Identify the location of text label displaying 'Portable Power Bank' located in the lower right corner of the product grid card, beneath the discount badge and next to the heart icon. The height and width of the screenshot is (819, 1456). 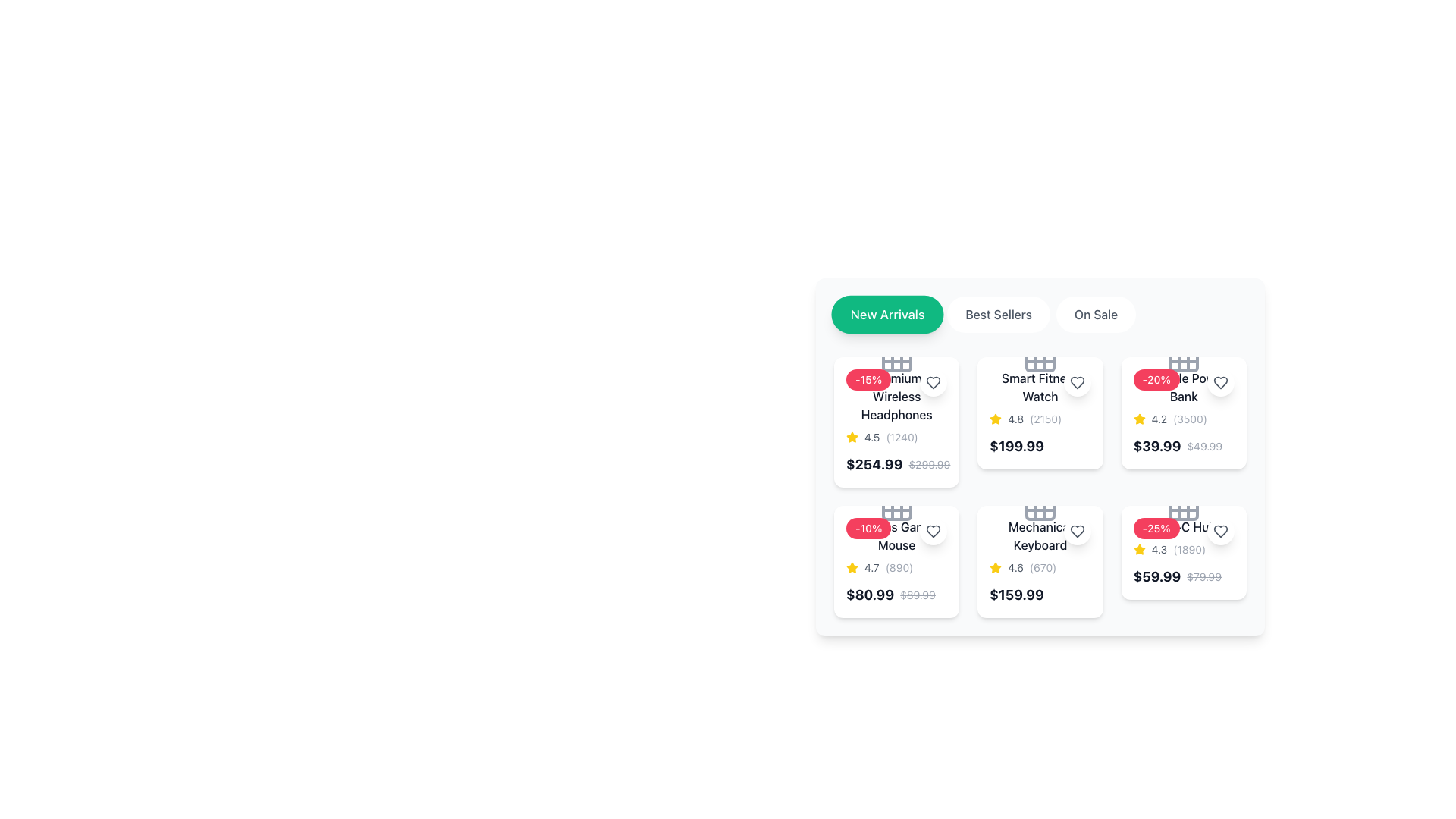
(1183, 386).